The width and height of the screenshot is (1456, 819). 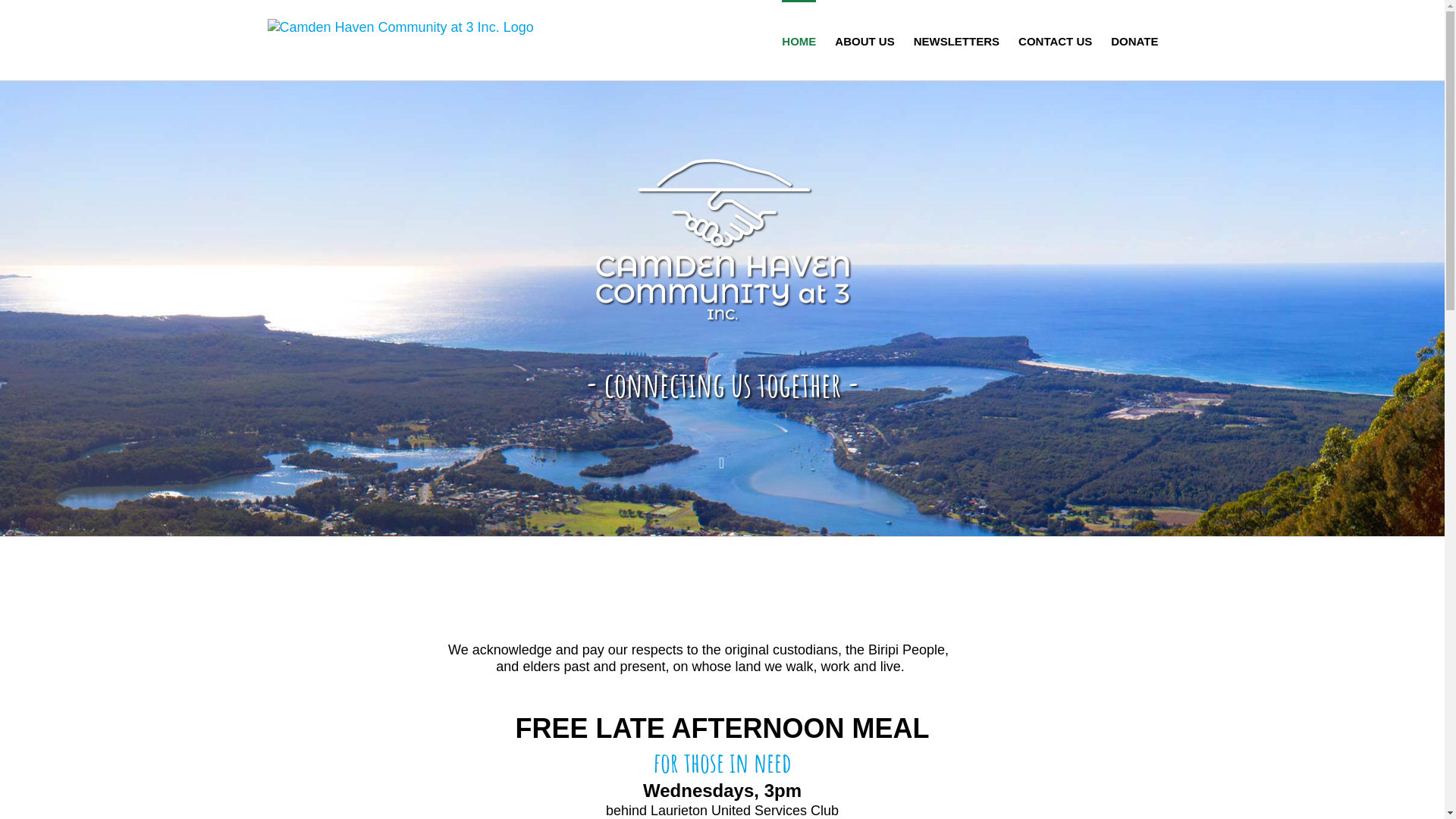 I want to click on 'DONATE', so click(x=1134, y=39).